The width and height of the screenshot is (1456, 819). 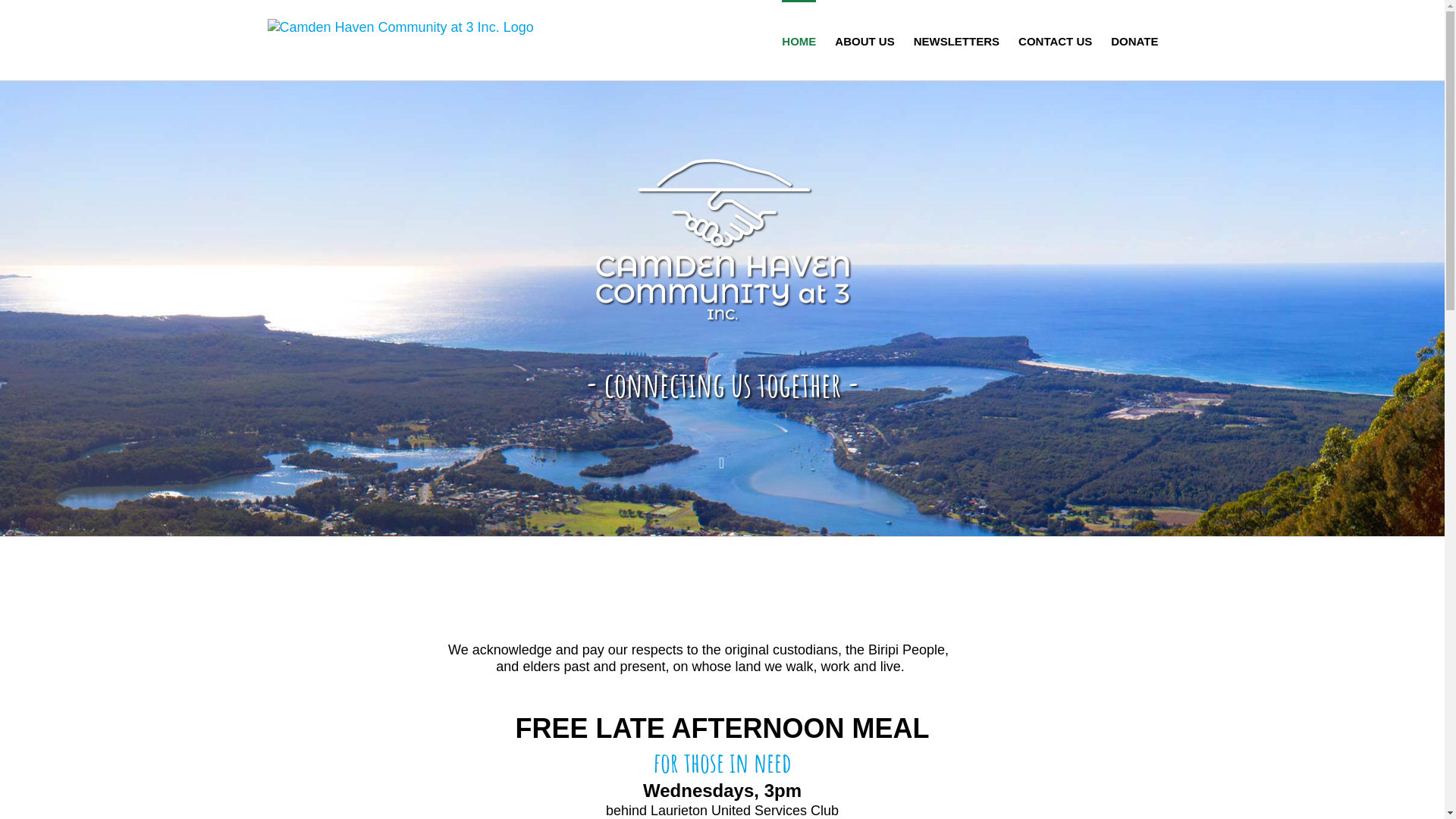 I want to click on 'DONATE', so click(x=1134, y=39).